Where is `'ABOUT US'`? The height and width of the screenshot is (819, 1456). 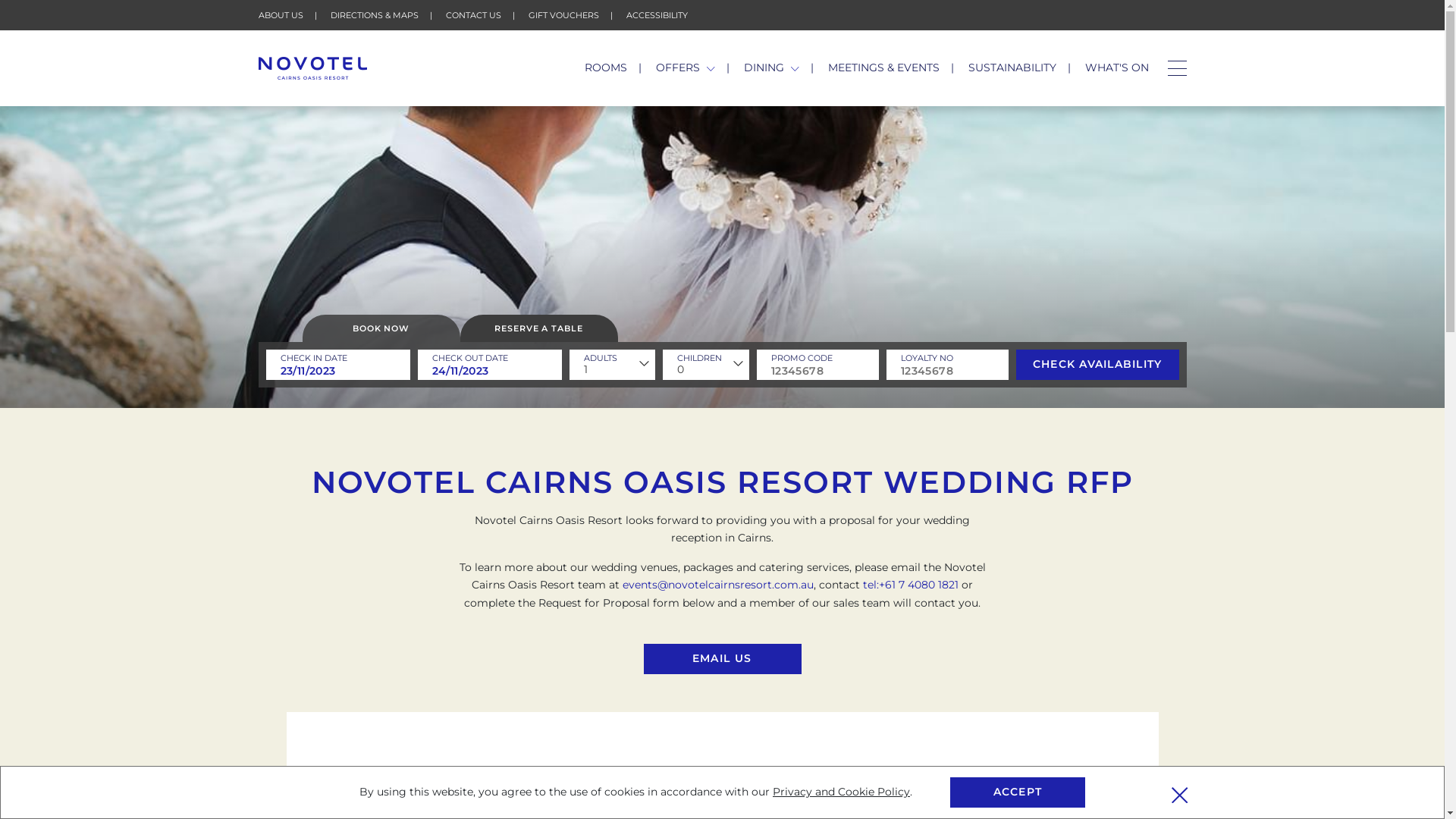 'ABOUT US' is located at coordinates (280, 14).